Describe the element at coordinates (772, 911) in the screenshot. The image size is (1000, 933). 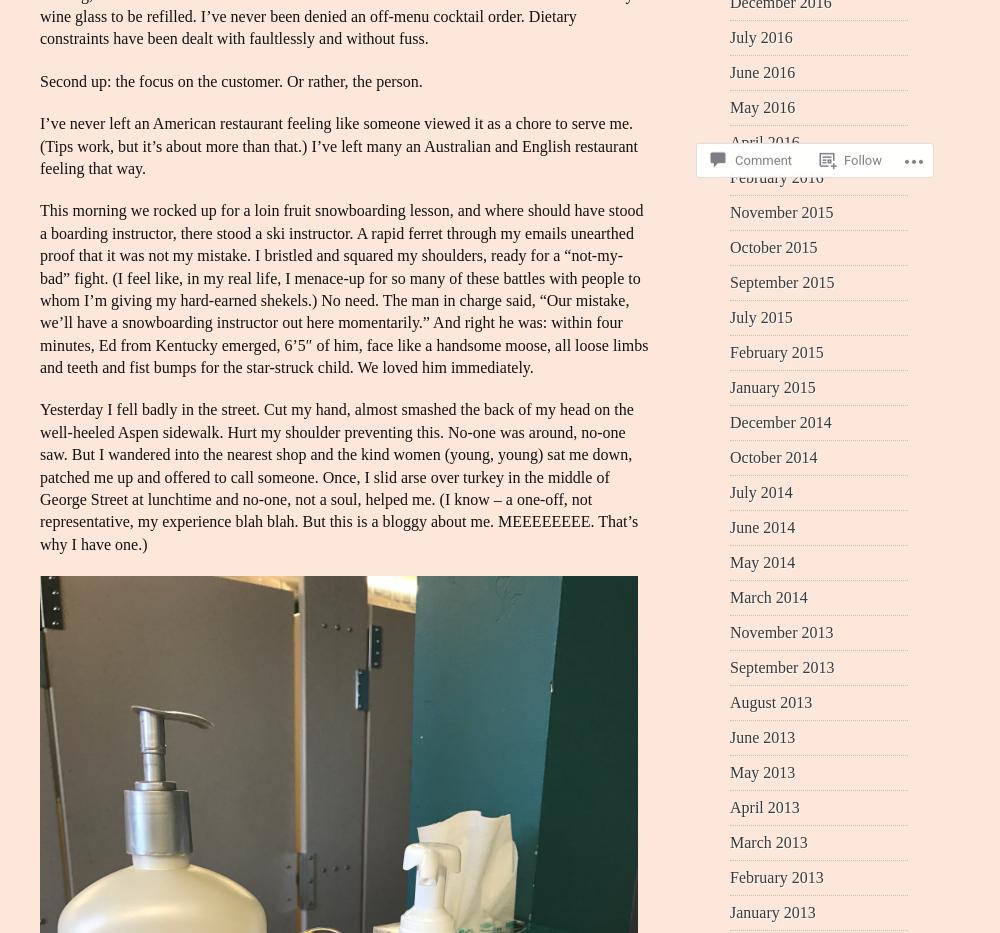
I see `'January 2013'` at that location.